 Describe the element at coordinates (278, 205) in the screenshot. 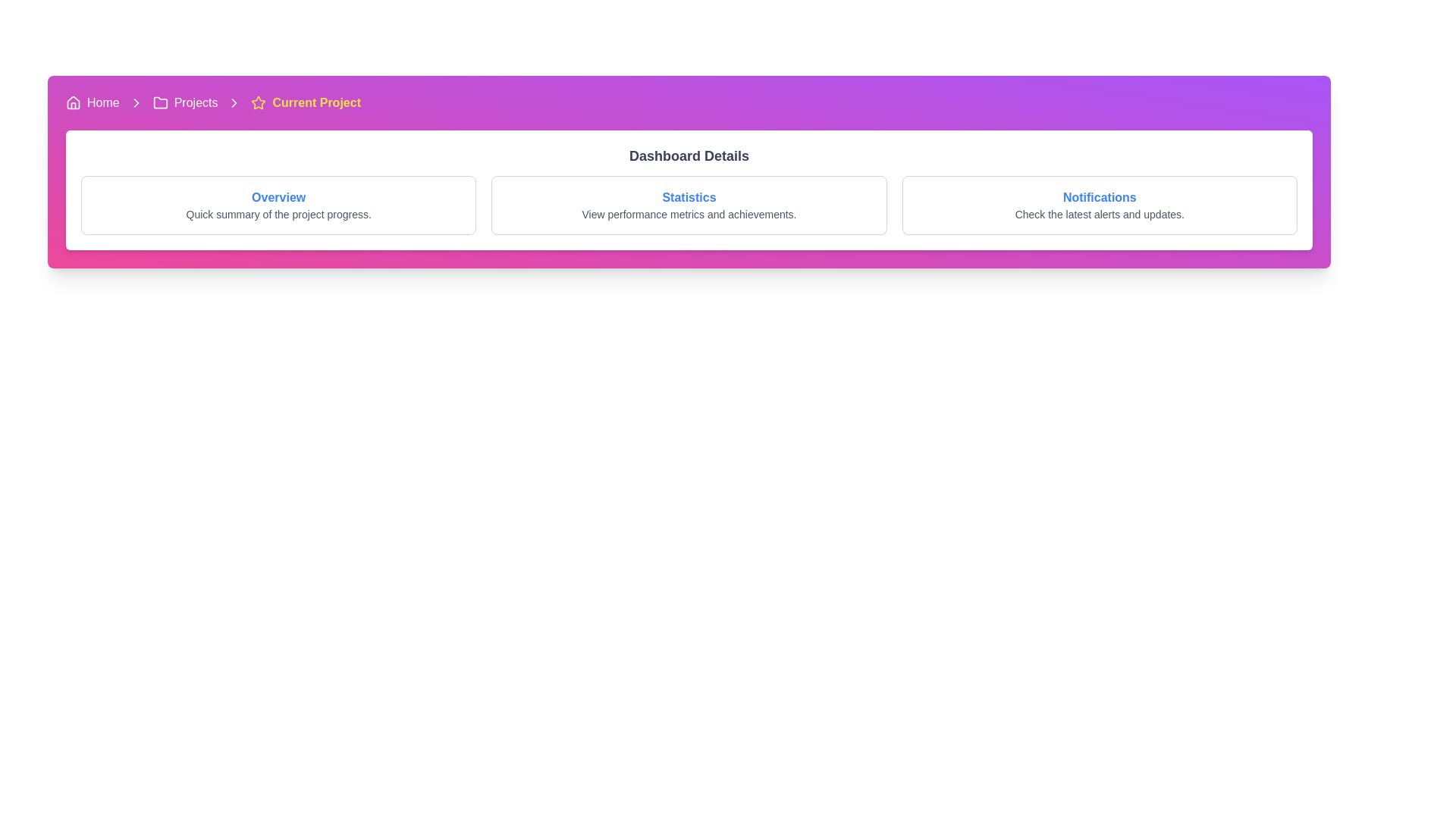

I see `the Informational card that provides a summary of the project's progress, located in the first column of a three-column grid layout, above the 'Quick summary of the project progress.' text` at that location.